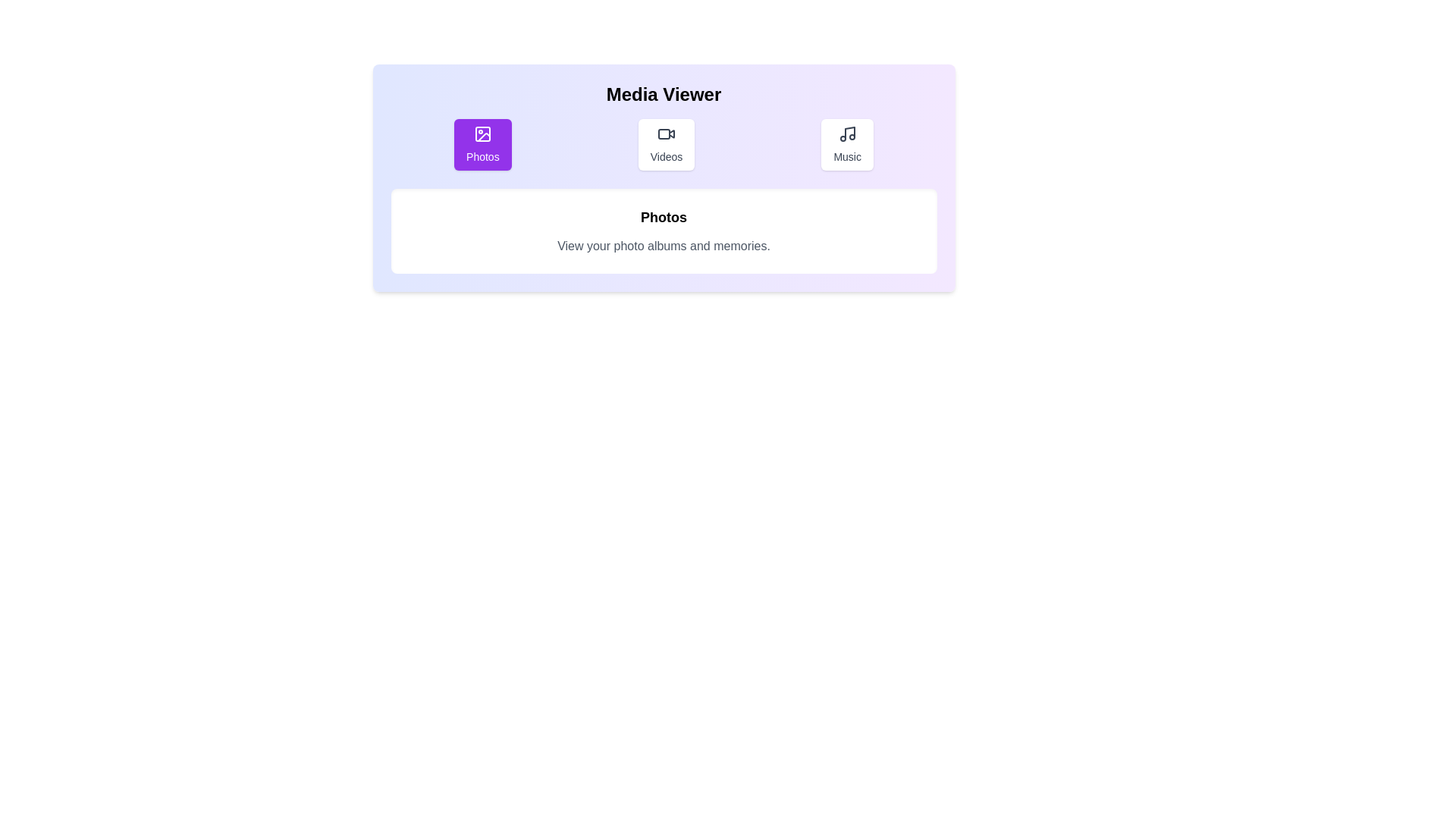 This screenshot has width=1456, height=819. I want to click on the Photos tab to view its content, so click(481, 145).